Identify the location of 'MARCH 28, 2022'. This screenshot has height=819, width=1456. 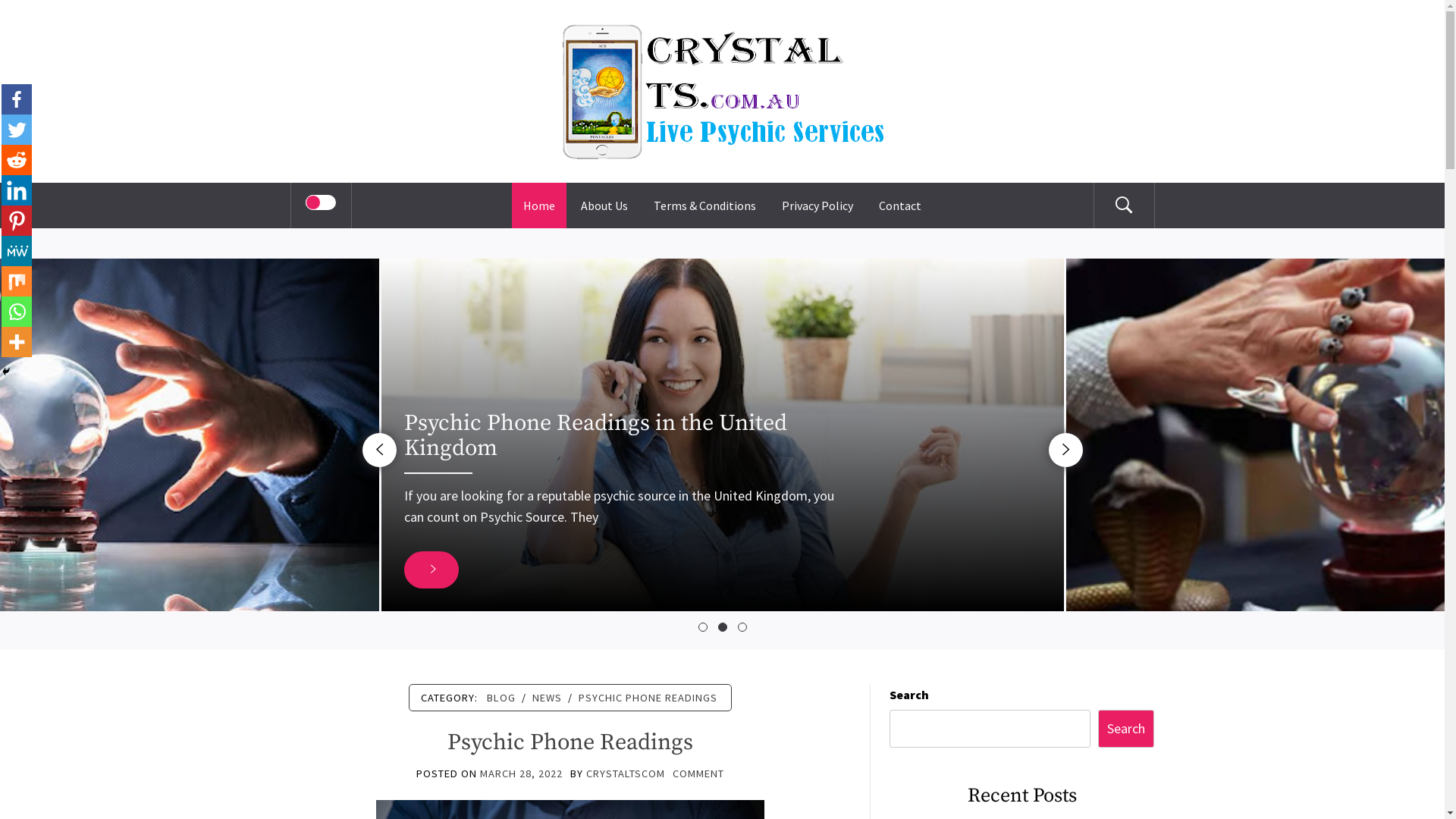
(521, 773).